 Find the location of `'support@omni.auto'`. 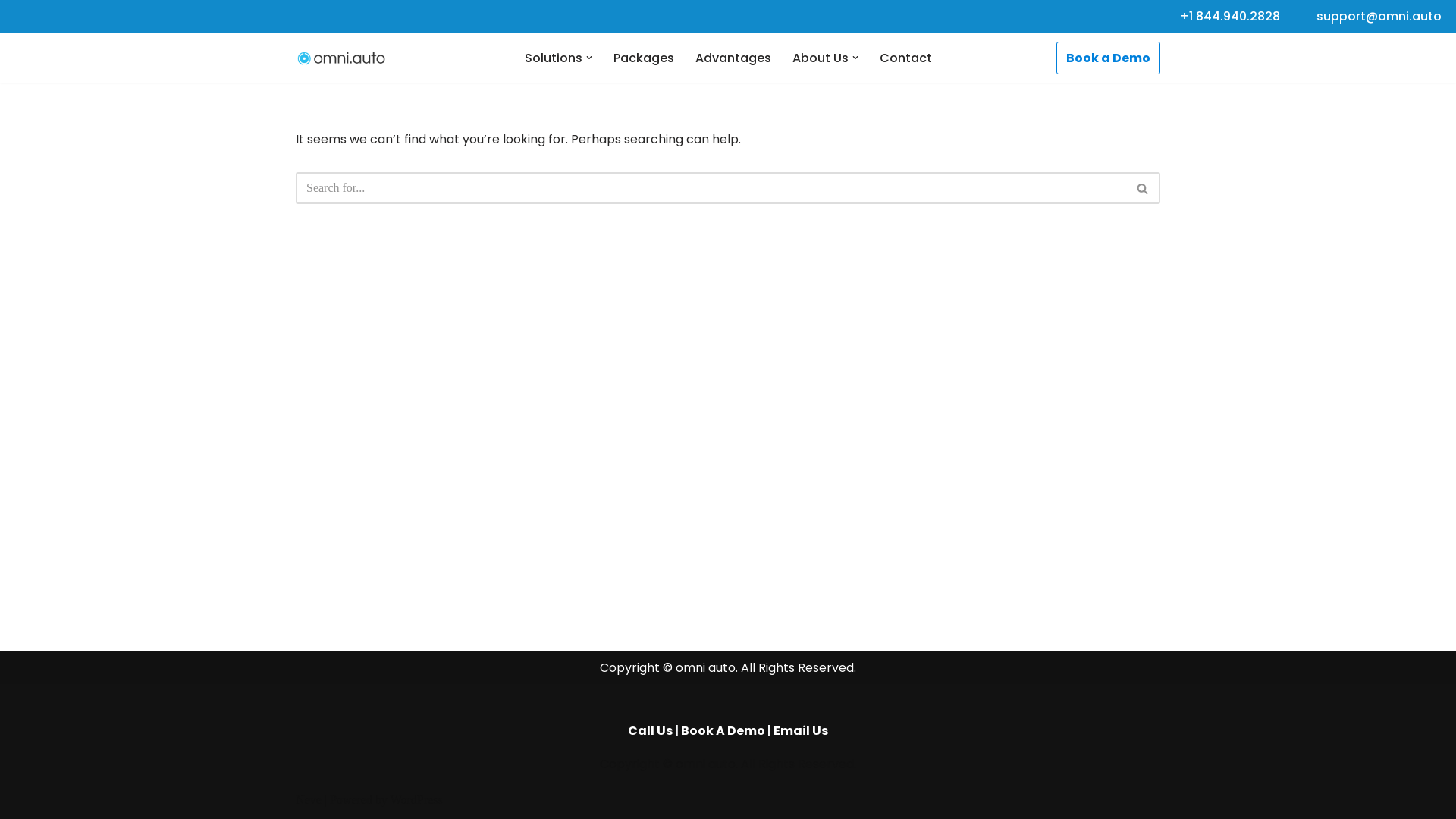

'support@omni.auto' is located at coordinates (1379, 16).